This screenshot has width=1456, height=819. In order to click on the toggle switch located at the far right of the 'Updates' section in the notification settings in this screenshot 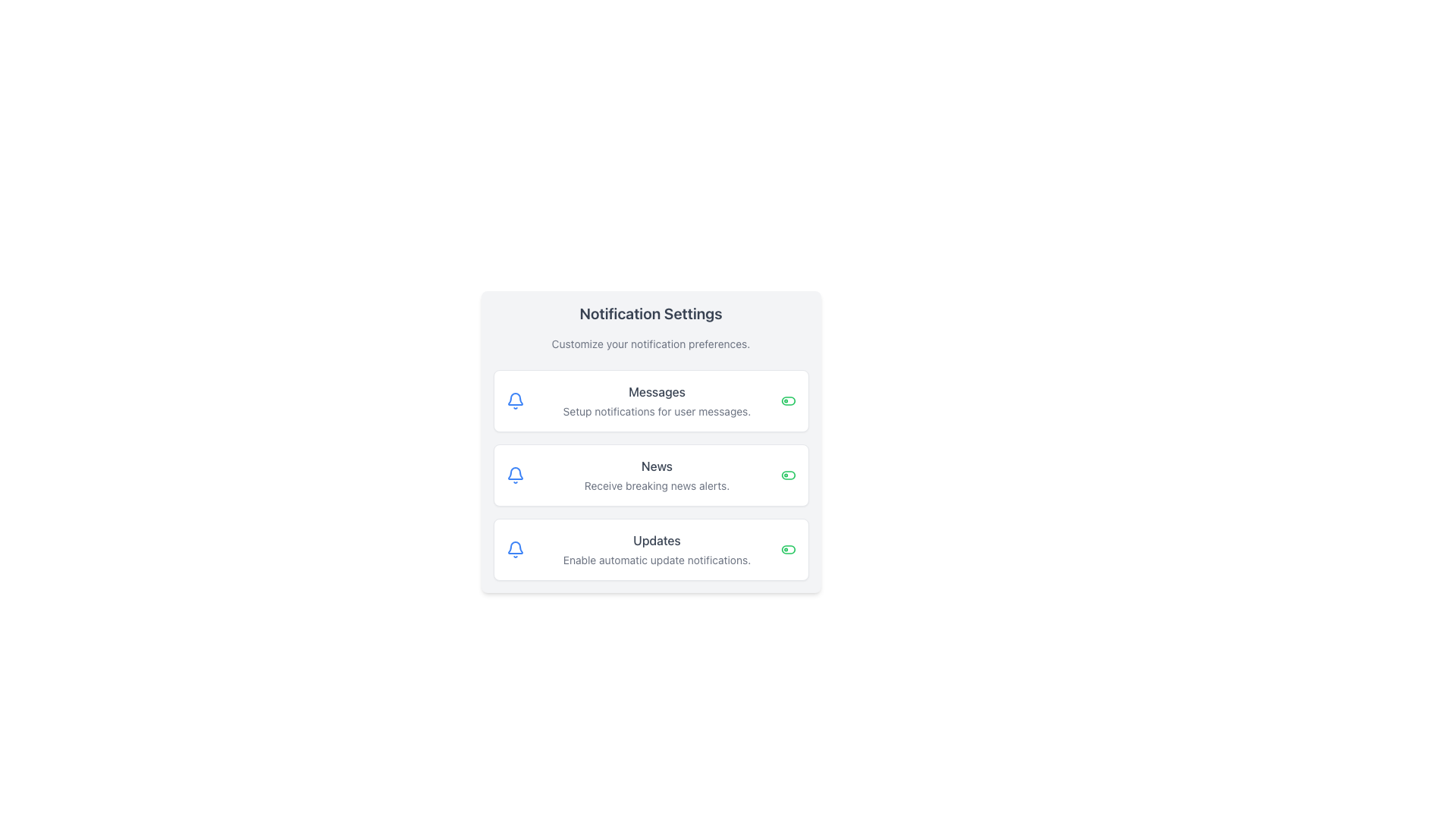, I will do `click(788, 550)`.